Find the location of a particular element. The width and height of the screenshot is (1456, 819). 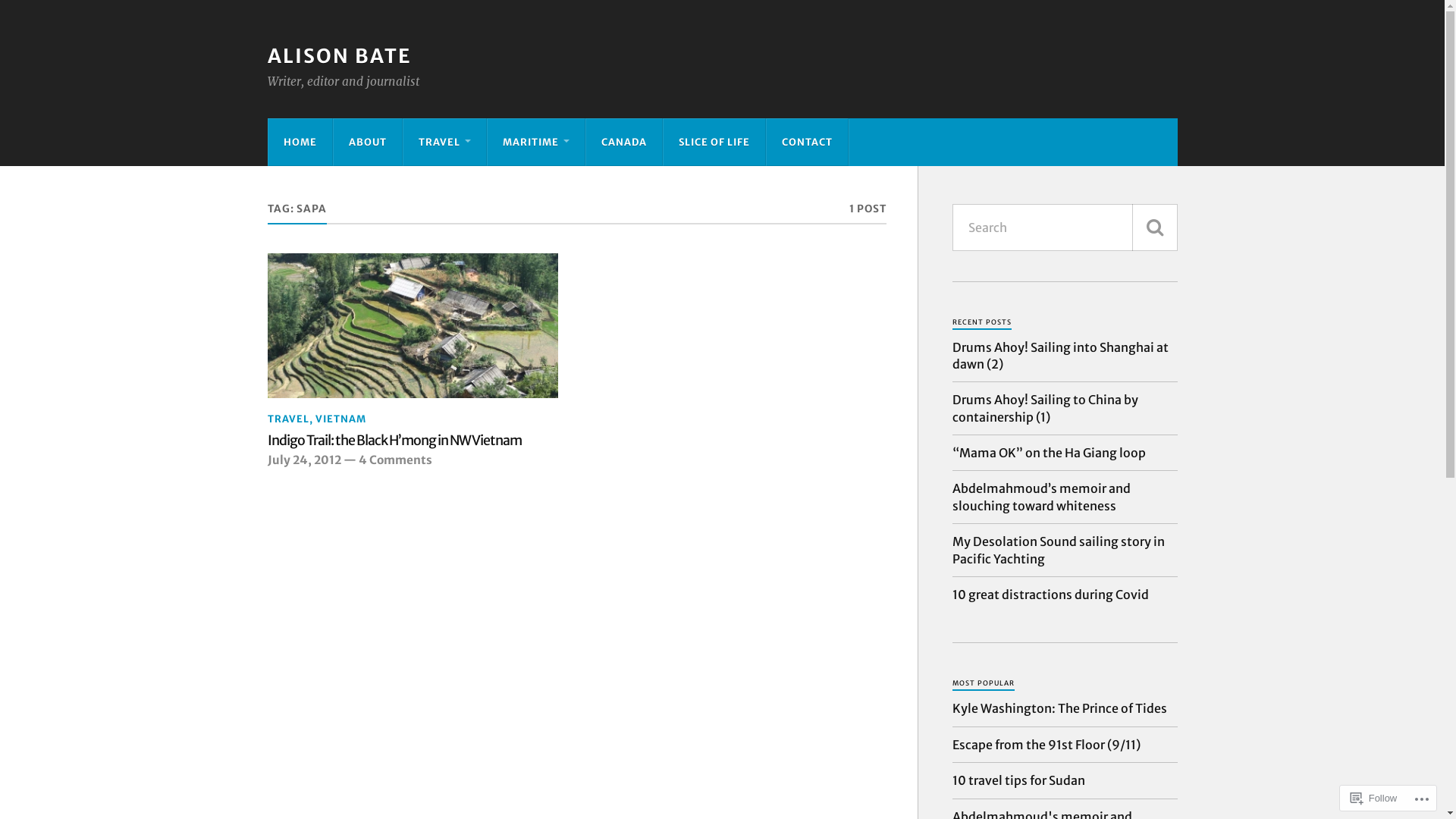

'Kyle Washington: The Prince of Tides' is located at coordinates (1059, 708).